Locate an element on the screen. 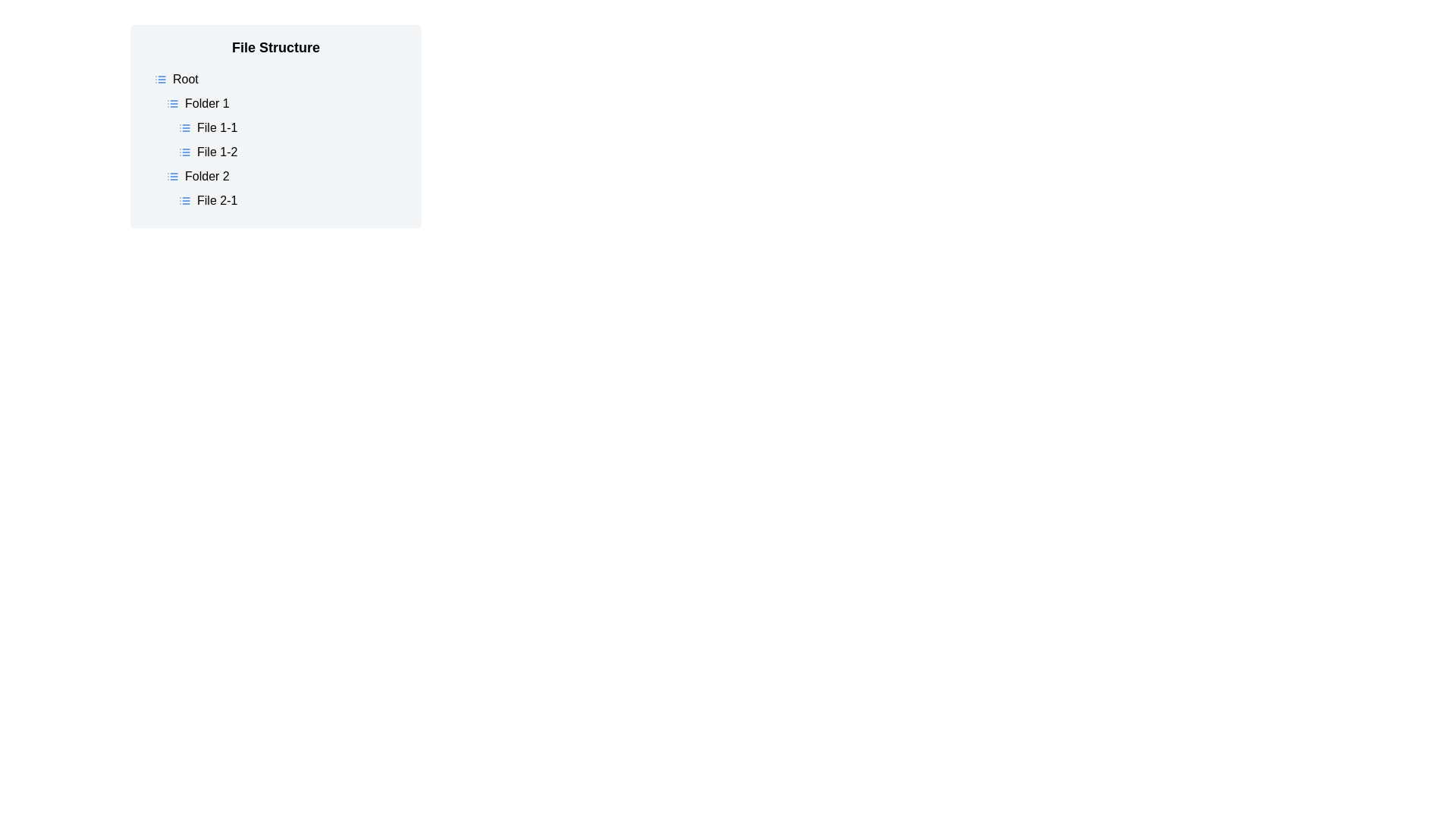  on the text label 'Folder 1' in the hierarchical list is located at coordinates (206, 103).